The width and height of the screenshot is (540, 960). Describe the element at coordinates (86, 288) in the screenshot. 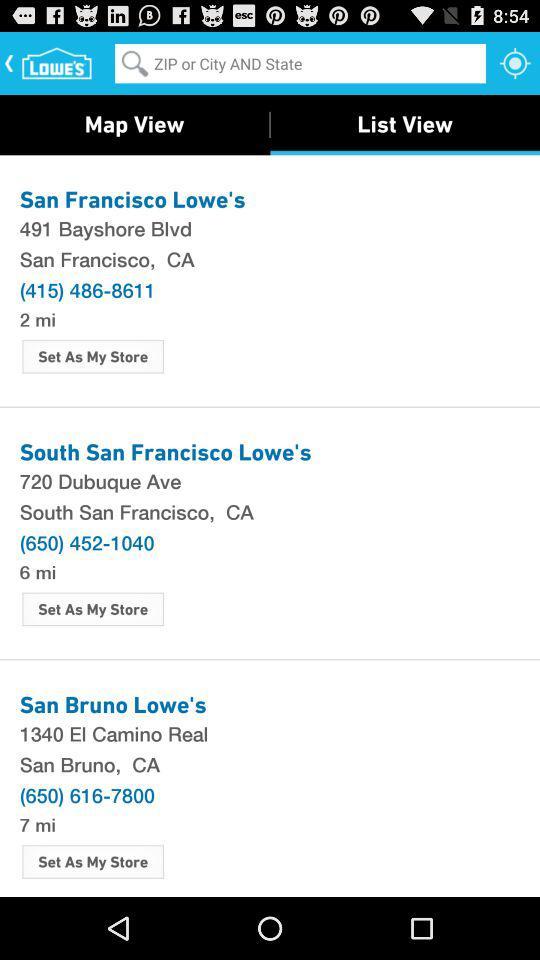

I see `item below the san francisco,  ca` at that location.